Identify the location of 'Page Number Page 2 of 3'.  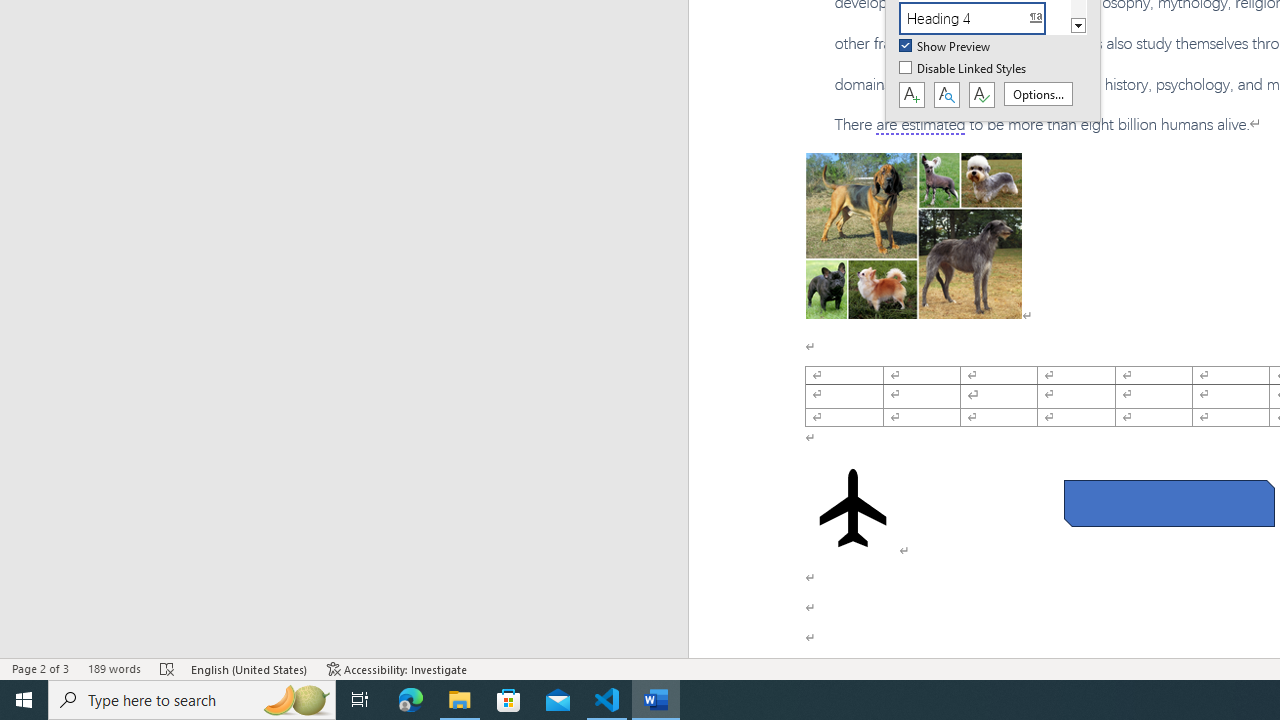
(40, 669).